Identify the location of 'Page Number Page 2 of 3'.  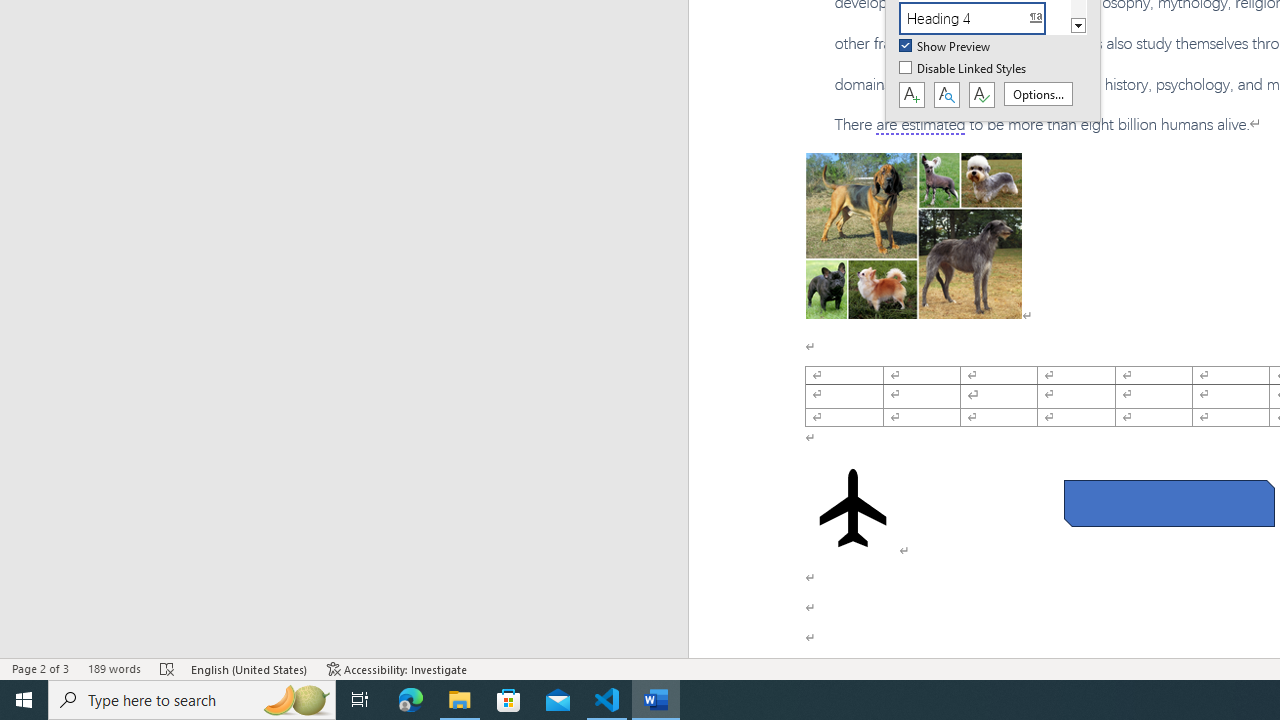
(40, 669).